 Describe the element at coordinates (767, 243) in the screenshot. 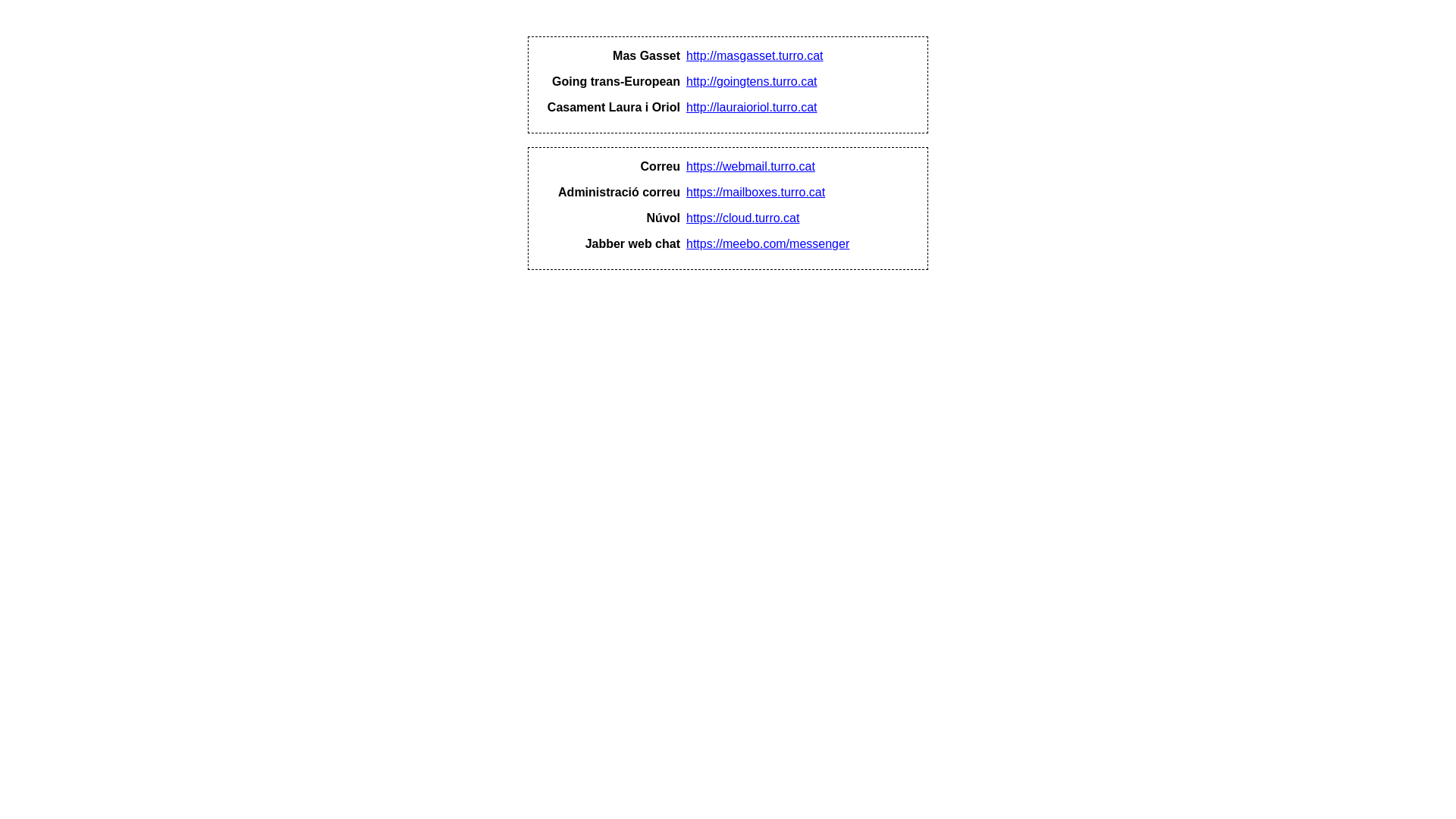

I see `'https://meebo.com/messenger'` at that location.